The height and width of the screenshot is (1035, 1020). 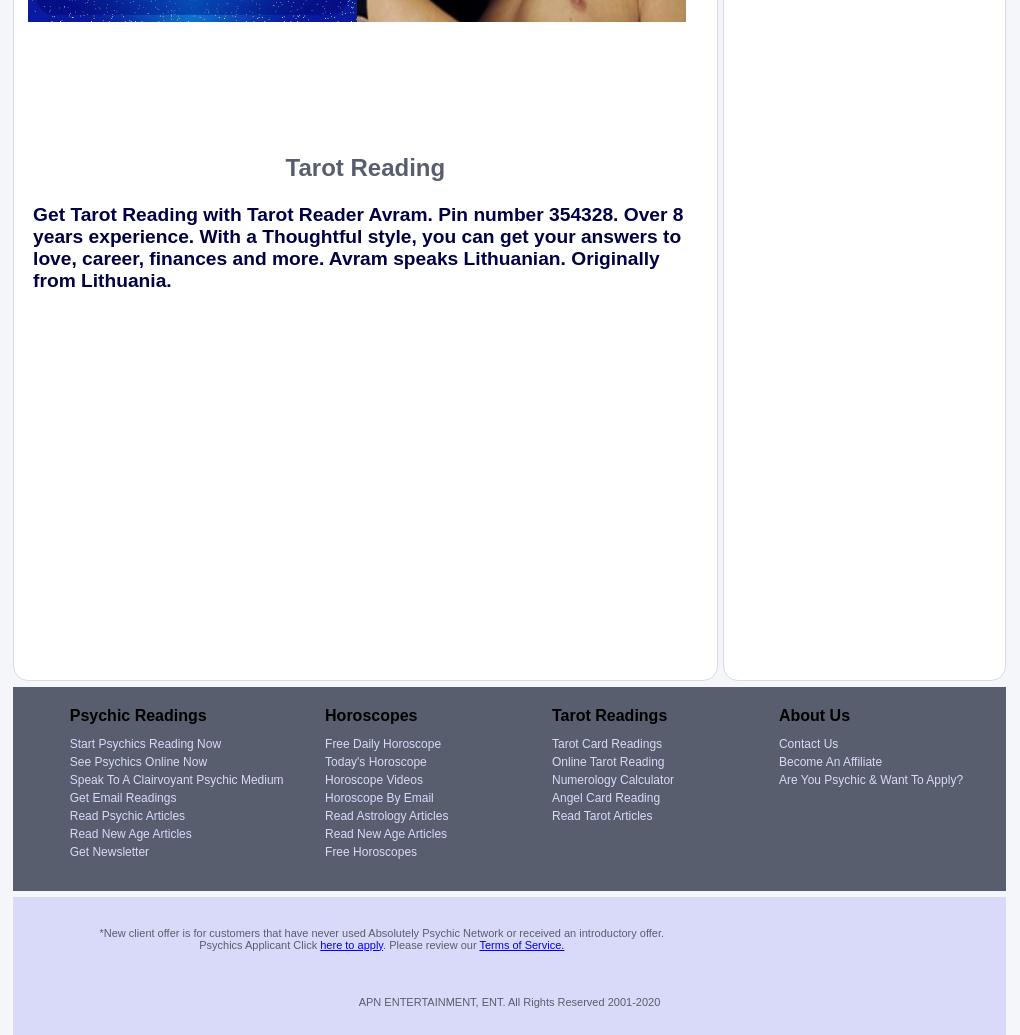 What do you see at coordinates (357, 1000) in the screenshot?
I see `'APN ENTERTAINMENT, ENT. All Rights Reserved 2001-2020'` at bounding box center [357, 1000].